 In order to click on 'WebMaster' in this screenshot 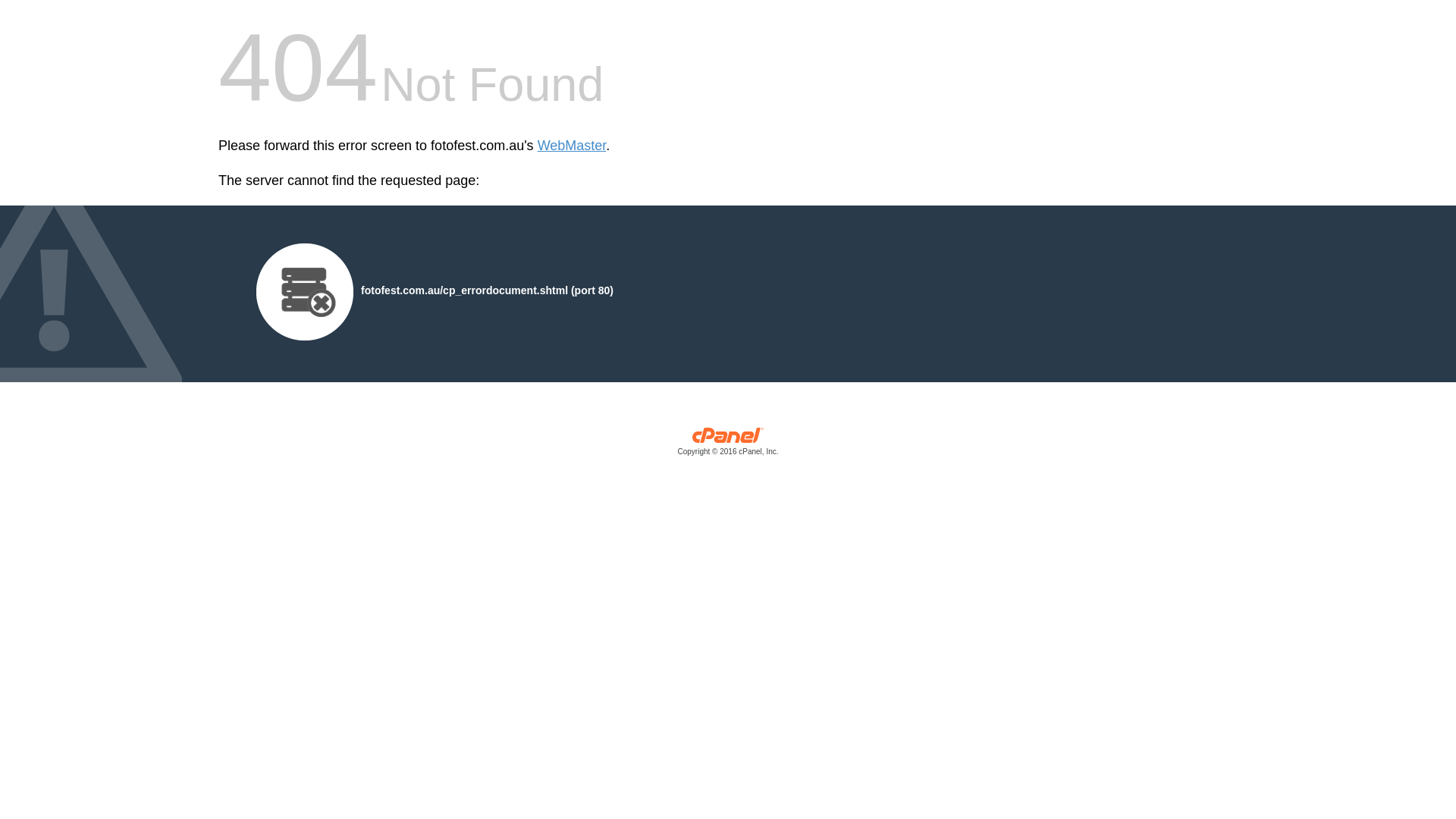, I will do `click(571, 146)`.